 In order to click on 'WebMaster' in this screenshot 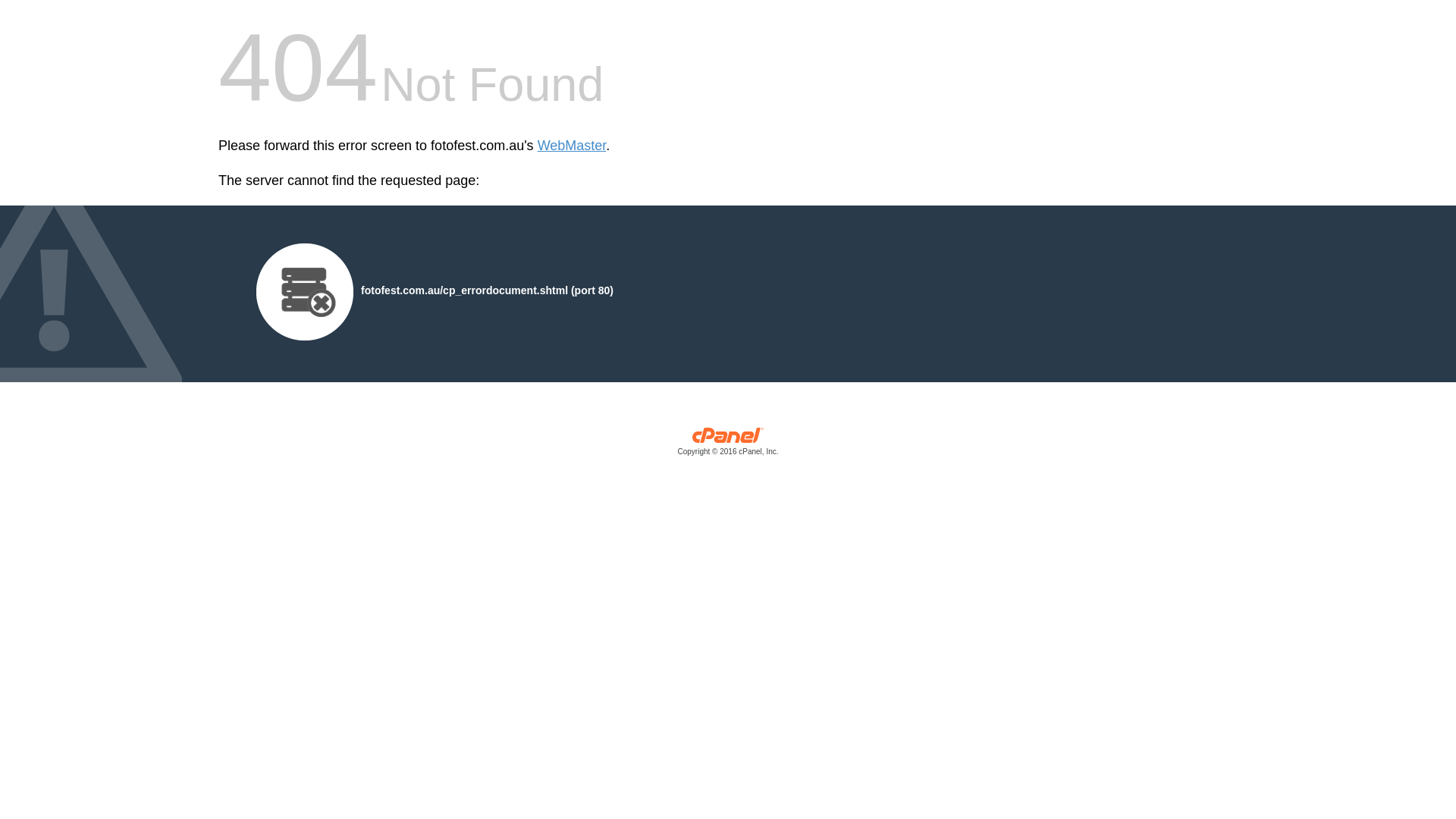, I will do `click(571, 146)`.